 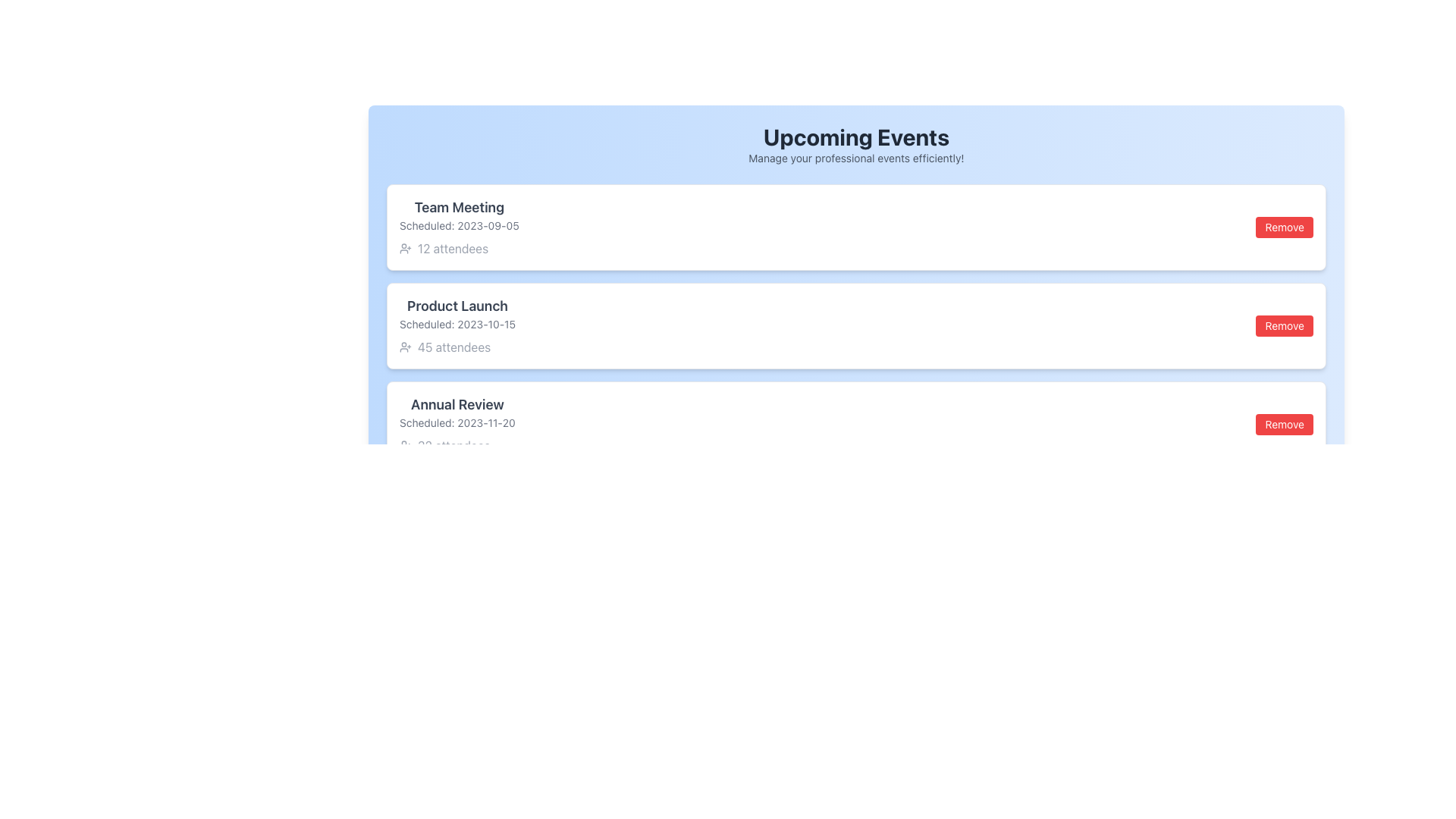 What do you see at coordinates (458, 227) in the screenshot?
I see `text content of the 'Team Meeting' event displayed in the text block located under the 'Upcoming Events' heading` at bounding box center [458, 227].